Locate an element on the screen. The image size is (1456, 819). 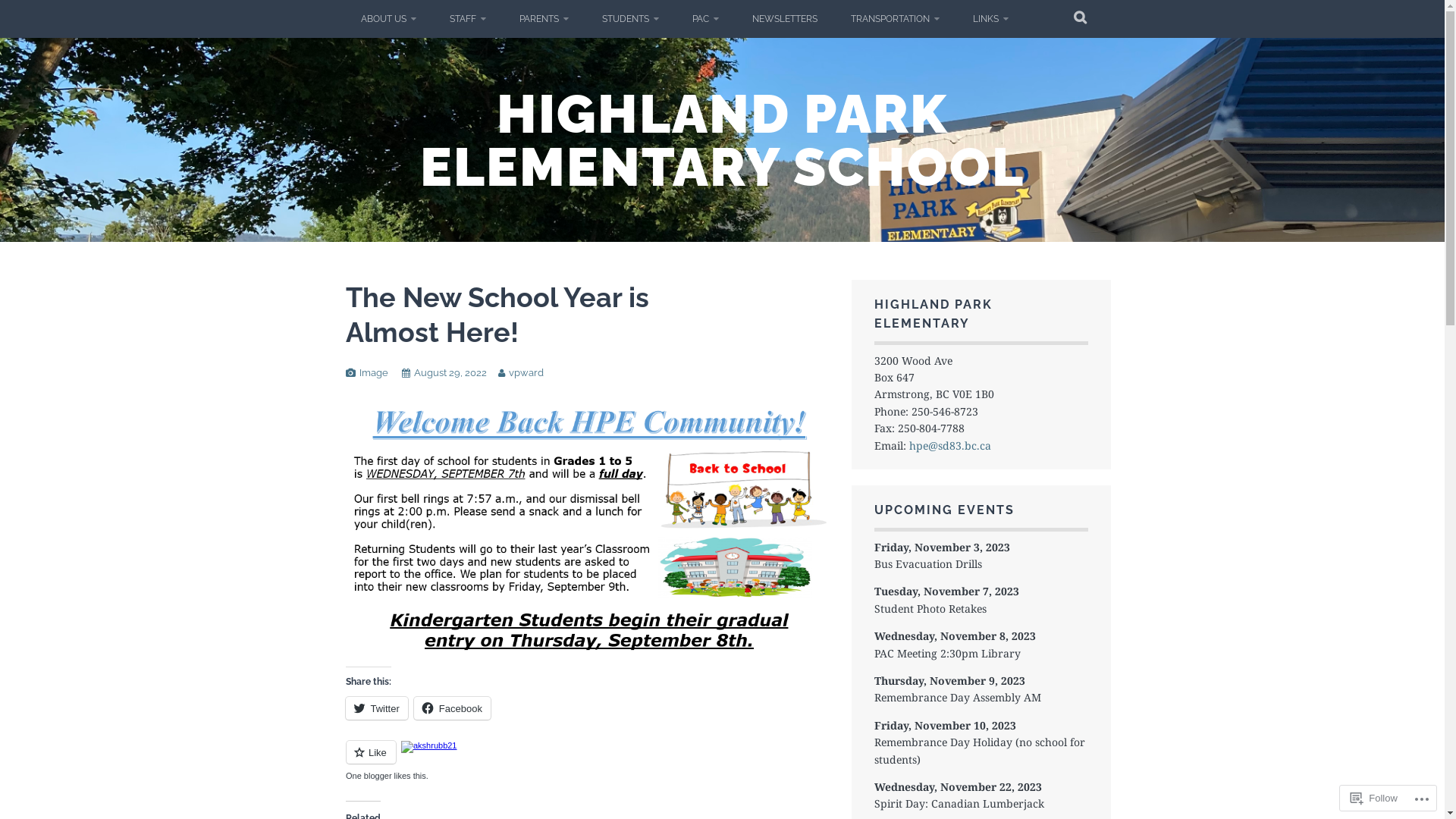
'Facebook' is located at coordinates (414, 708).